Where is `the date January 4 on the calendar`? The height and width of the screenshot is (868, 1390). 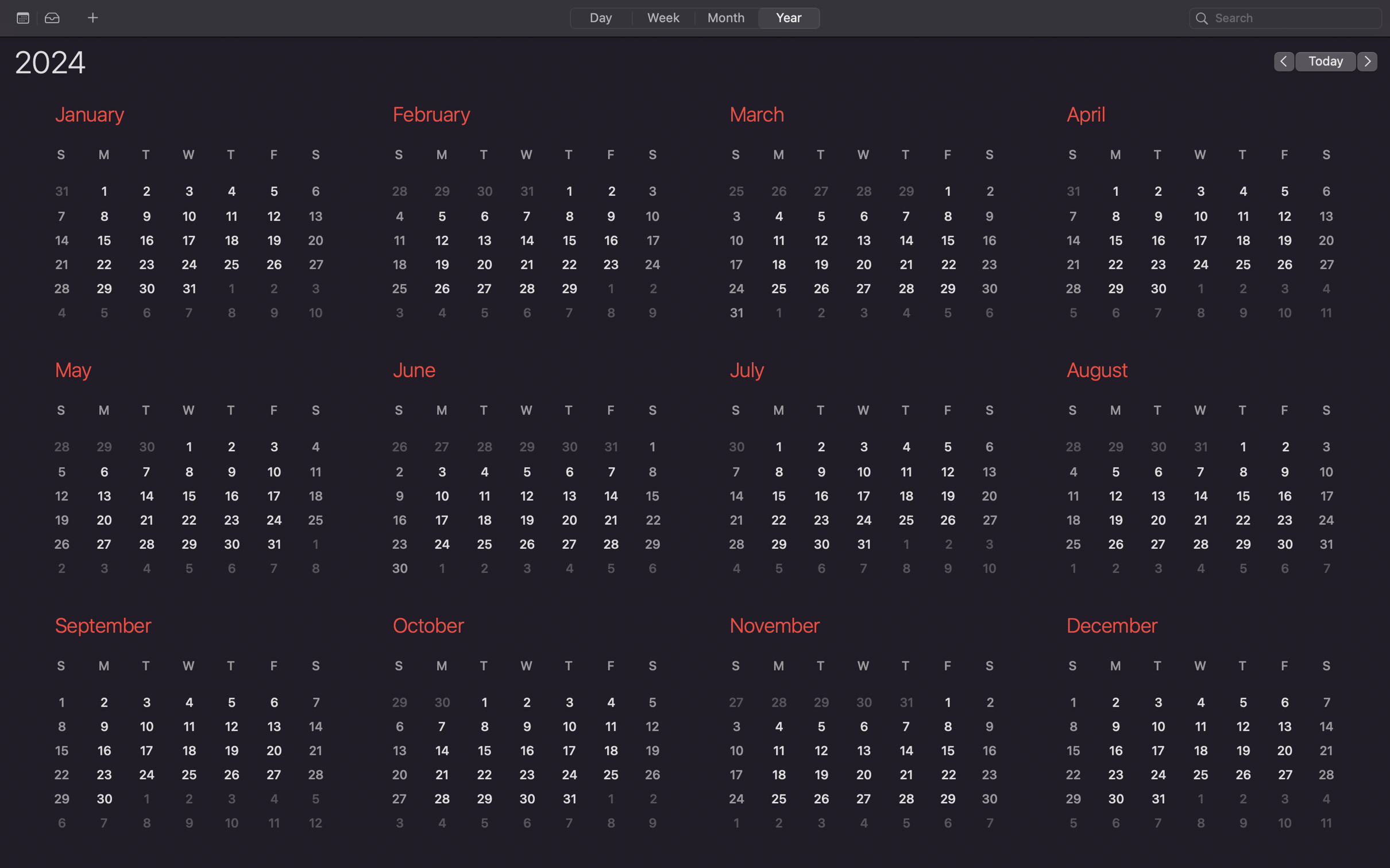 the date January 4 on the calendar is located at coordinates (231, 191).